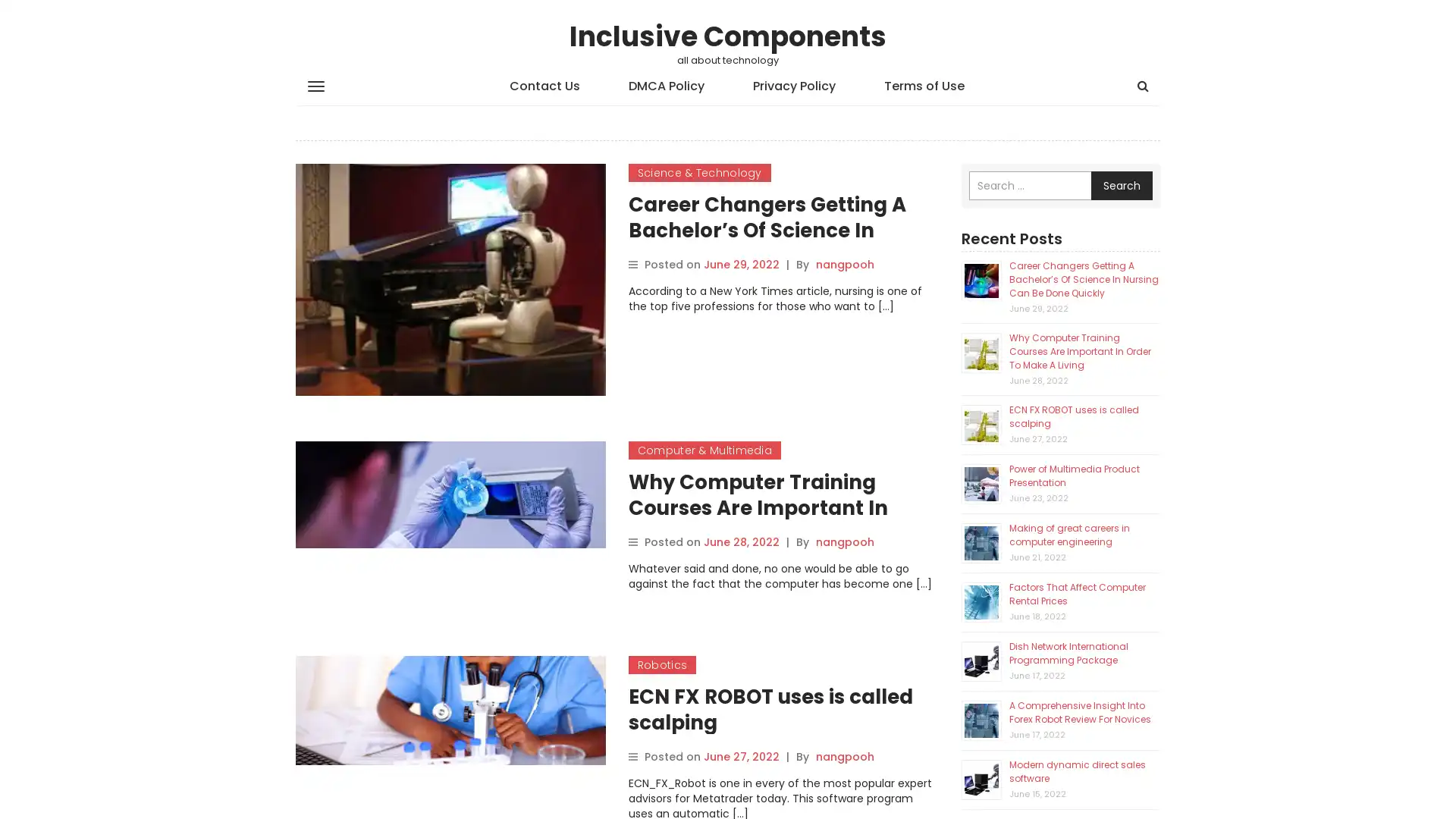 The height and width of the screenshot is (819, 1456). I want to click on Search, so click(1122, 185).